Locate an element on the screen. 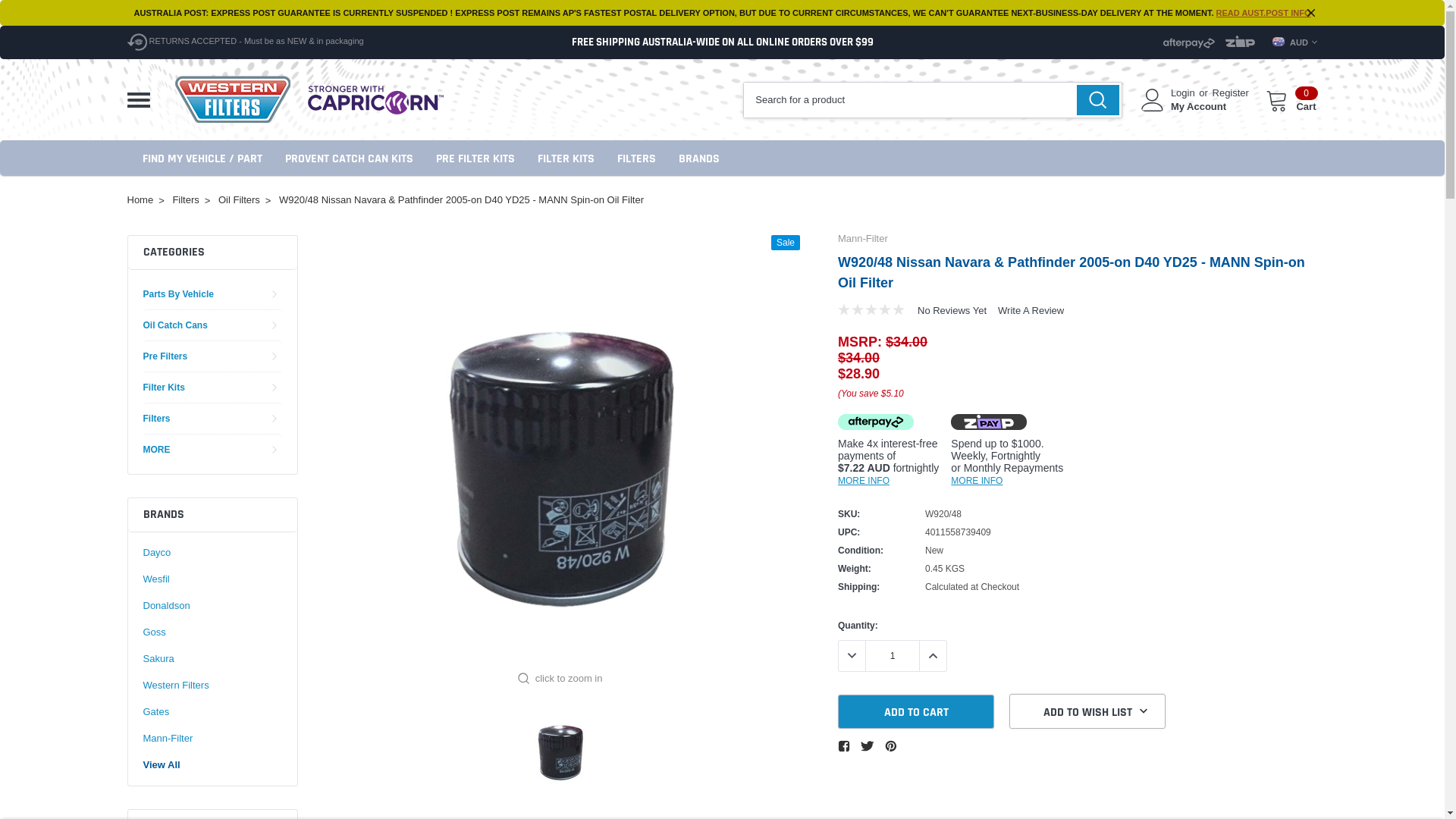  'Parts By Vehicle' is located at coordinates (142, 294).